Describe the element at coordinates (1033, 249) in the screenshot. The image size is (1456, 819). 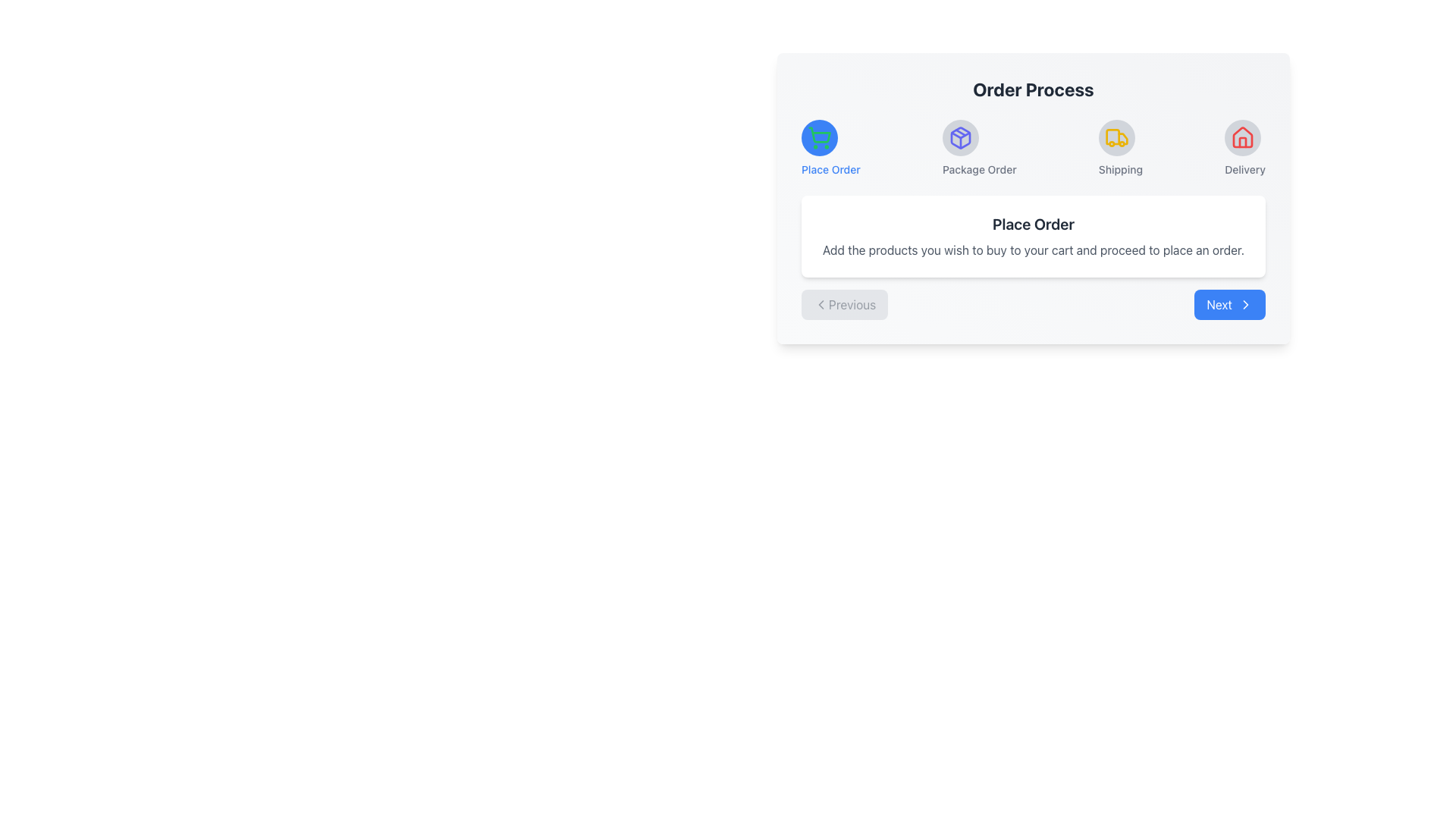
I see `the static text instruction that reads 'Add the products you wish to buy to your cart and proceed to place an order.', which is located below the 'Place Order' heading within a white background card` at that location.